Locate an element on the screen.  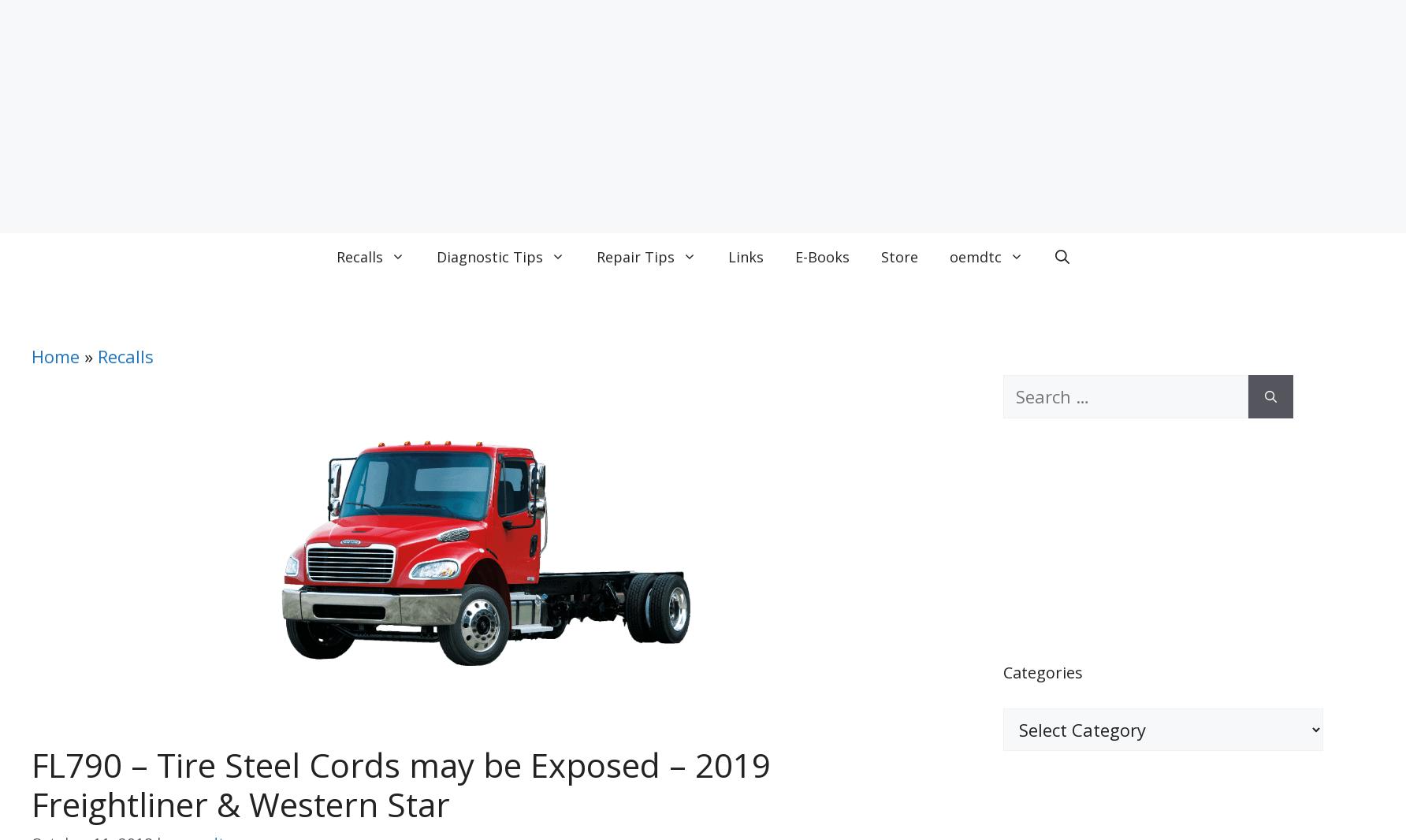
'oemdtc' is located at coordinates (974, 256).